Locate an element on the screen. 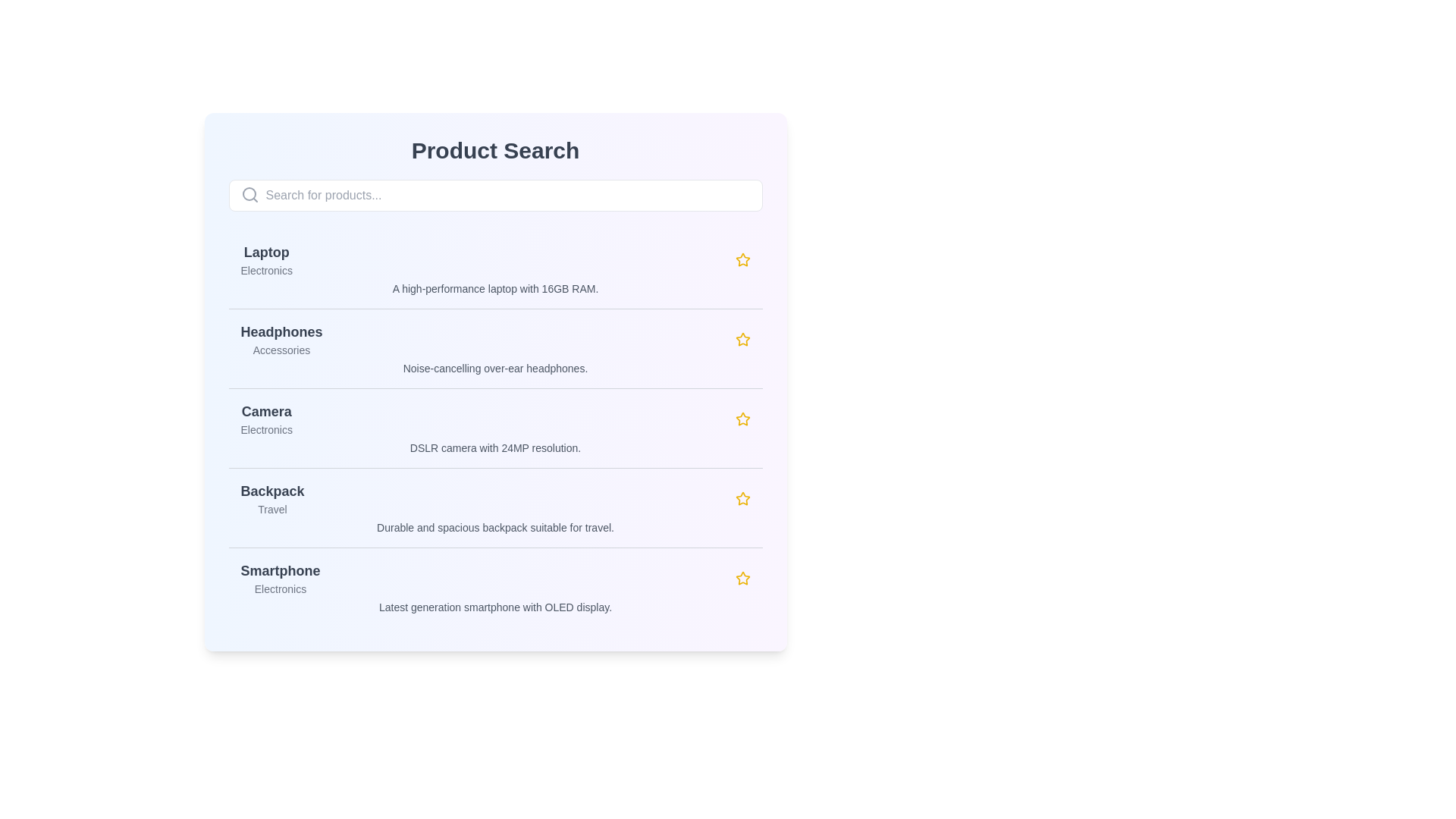 The width and height of the screenshot is (1456, 819). the star icon located at the far-right side of the 'Smartphone' product entry to favorite the product is located at coordinates (742, 579).